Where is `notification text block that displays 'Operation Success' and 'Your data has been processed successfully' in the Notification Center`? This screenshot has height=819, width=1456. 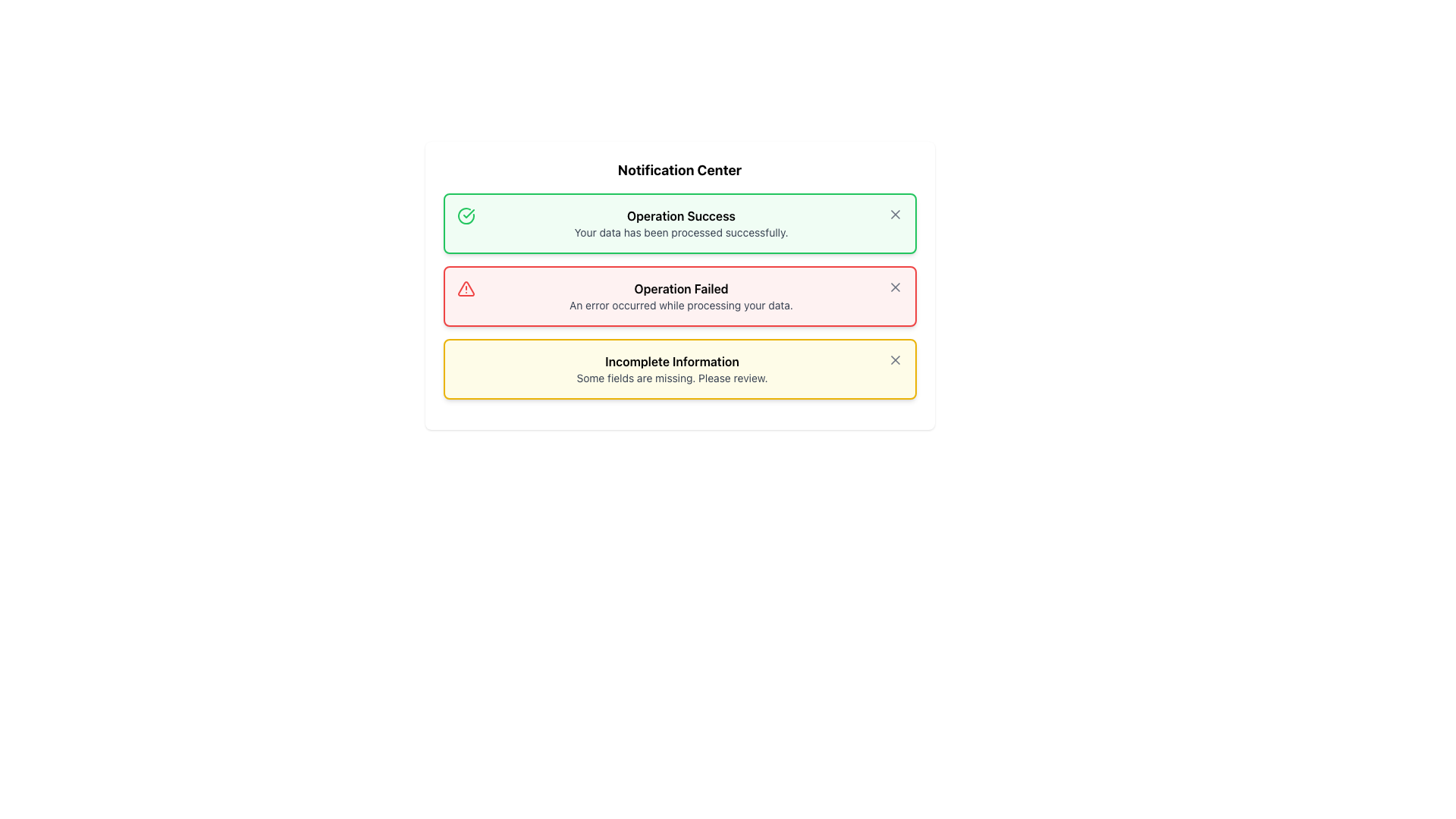 notification text block that displays 'Operation Success' and 'Your data has been processed successfully' in the Notification Center is located at coordinates (680, 223).